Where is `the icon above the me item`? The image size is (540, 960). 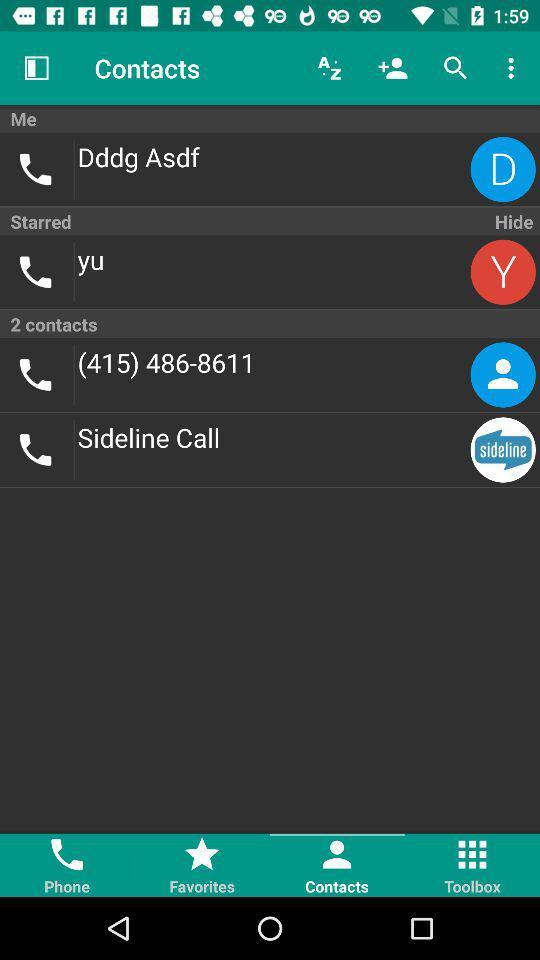 the icon above the me item is located at coordinates (36, 68).